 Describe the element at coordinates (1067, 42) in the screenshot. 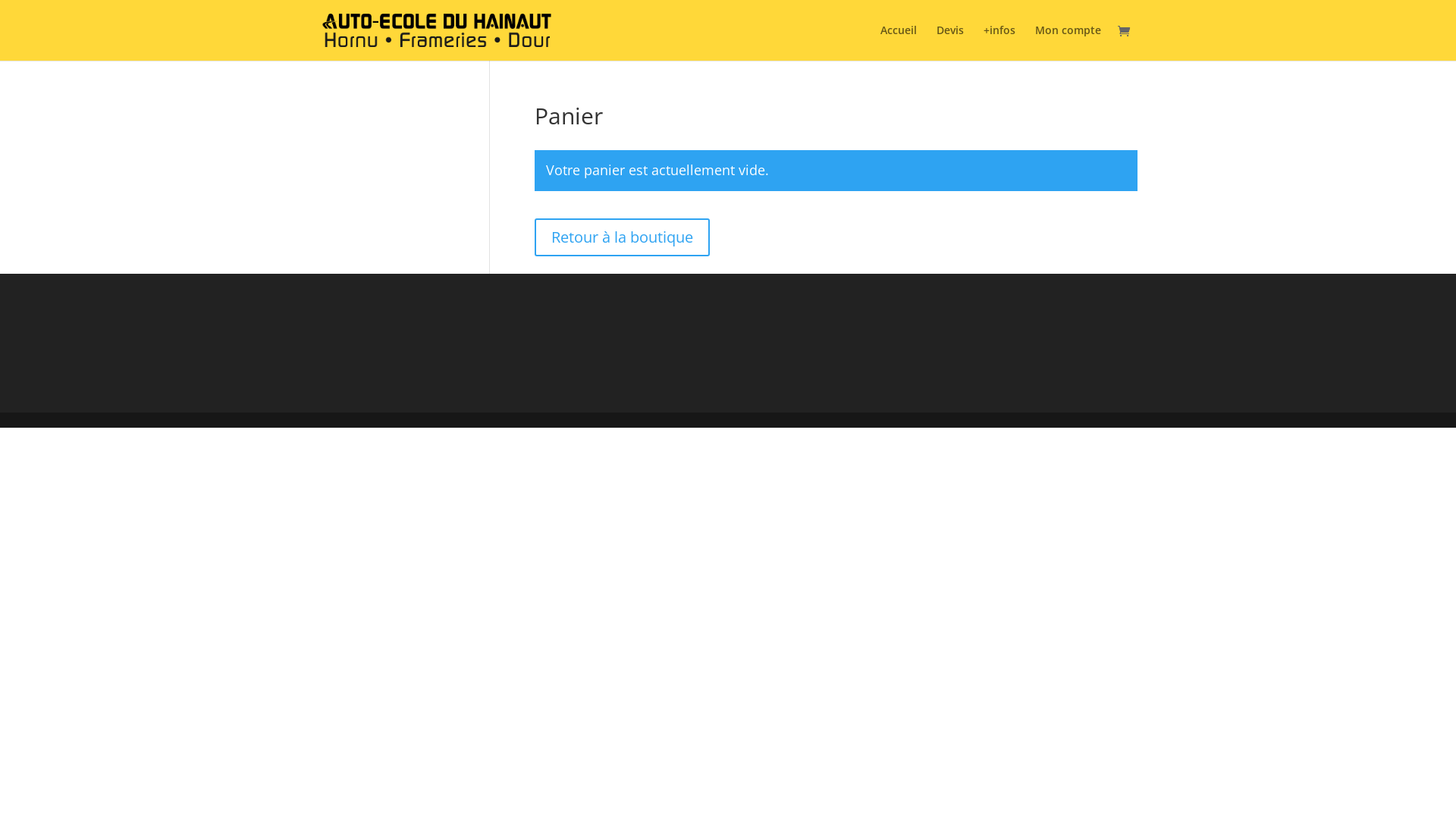

I see `'Mon compte'` at that location.